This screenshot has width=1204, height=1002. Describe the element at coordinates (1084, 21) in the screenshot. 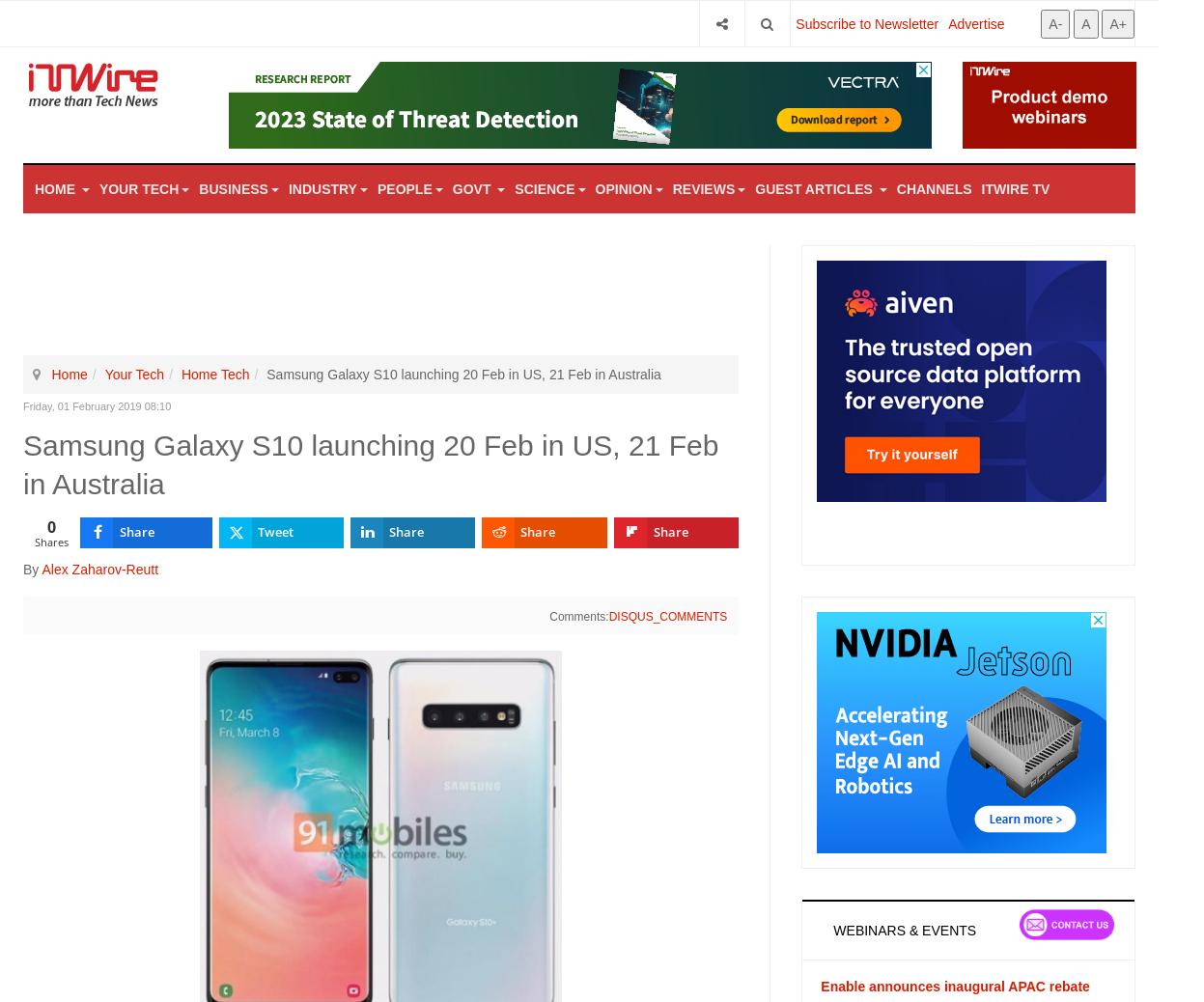

I see `'A'` at that location.